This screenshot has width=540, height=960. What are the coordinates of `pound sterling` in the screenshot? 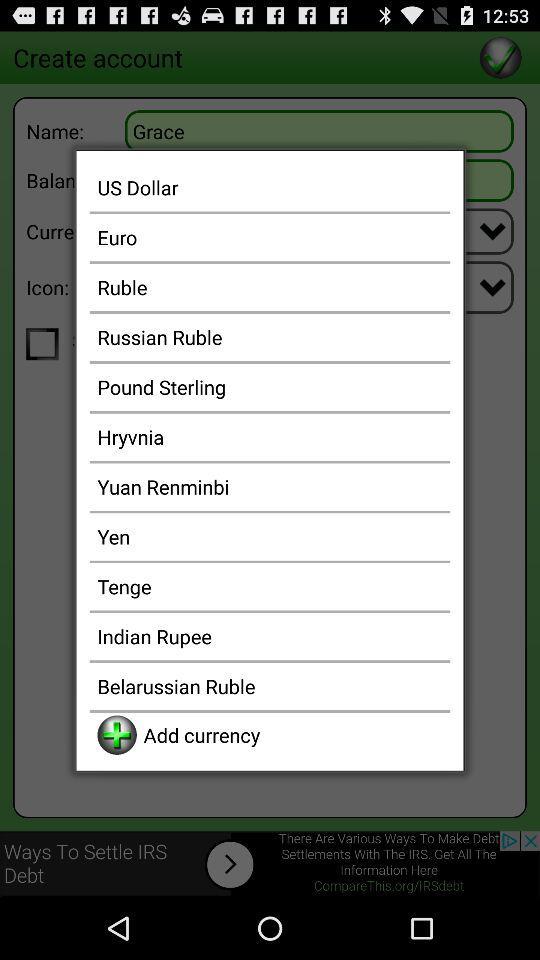 It's located at (270, 386).